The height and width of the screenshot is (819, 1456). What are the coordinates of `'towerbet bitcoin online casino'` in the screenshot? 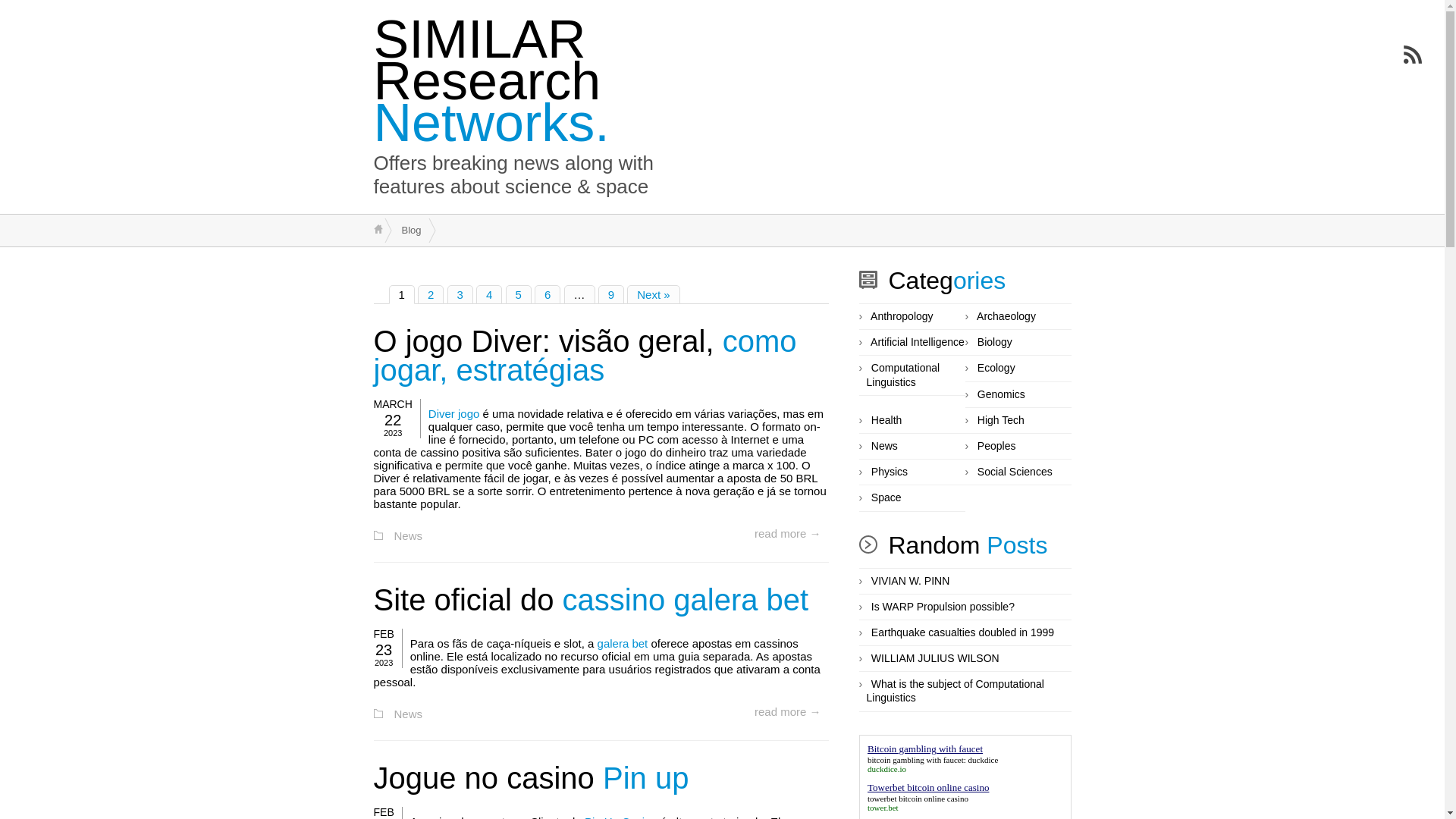 It's located at (917, 798).